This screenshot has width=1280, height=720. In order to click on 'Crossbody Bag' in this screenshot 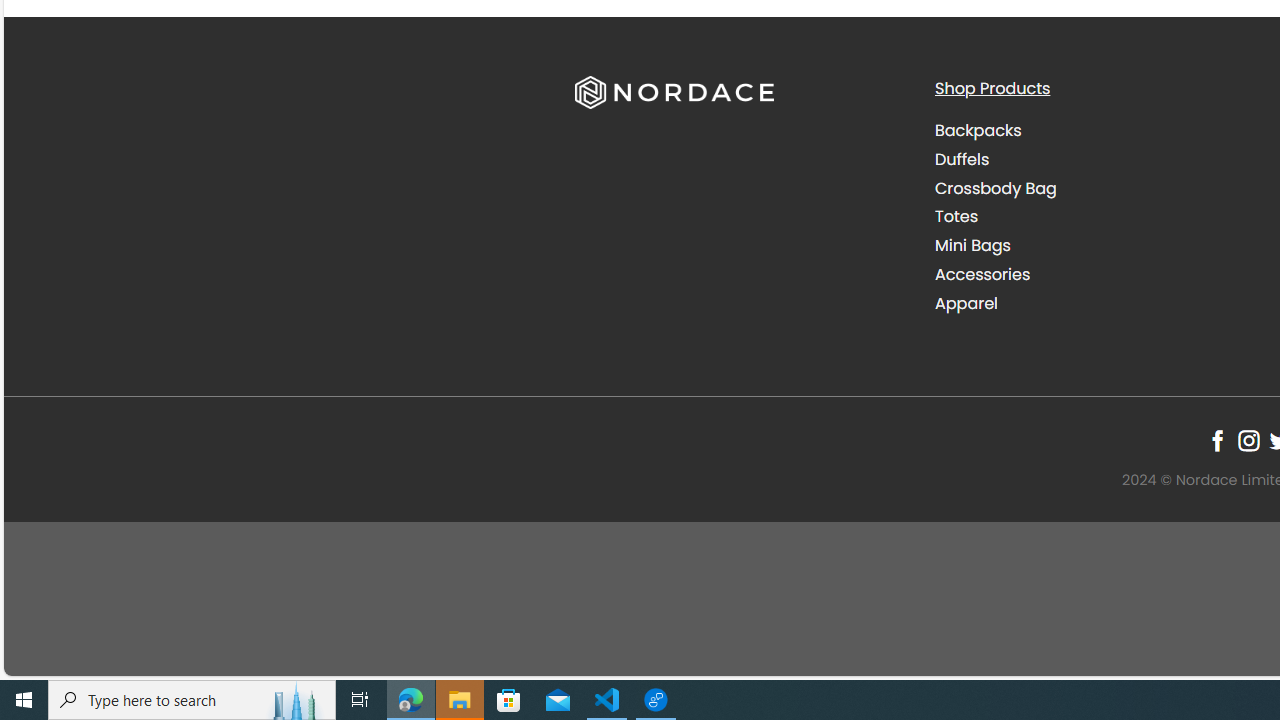, I will do `click(1098, 188)`.